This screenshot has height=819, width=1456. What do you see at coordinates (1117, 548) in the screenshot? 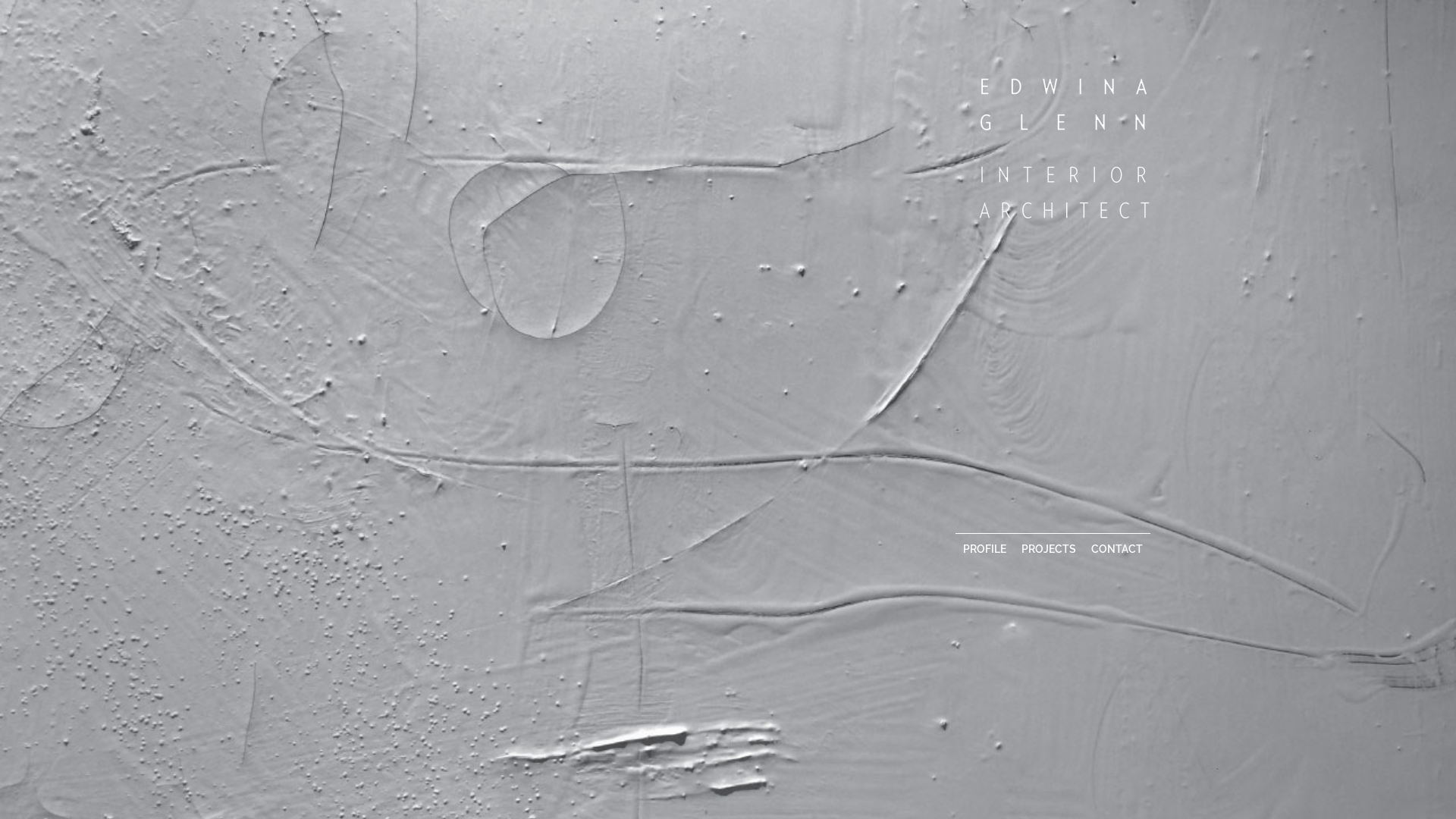
I see `'CONTACT'` at bounding box center [1117, 548].